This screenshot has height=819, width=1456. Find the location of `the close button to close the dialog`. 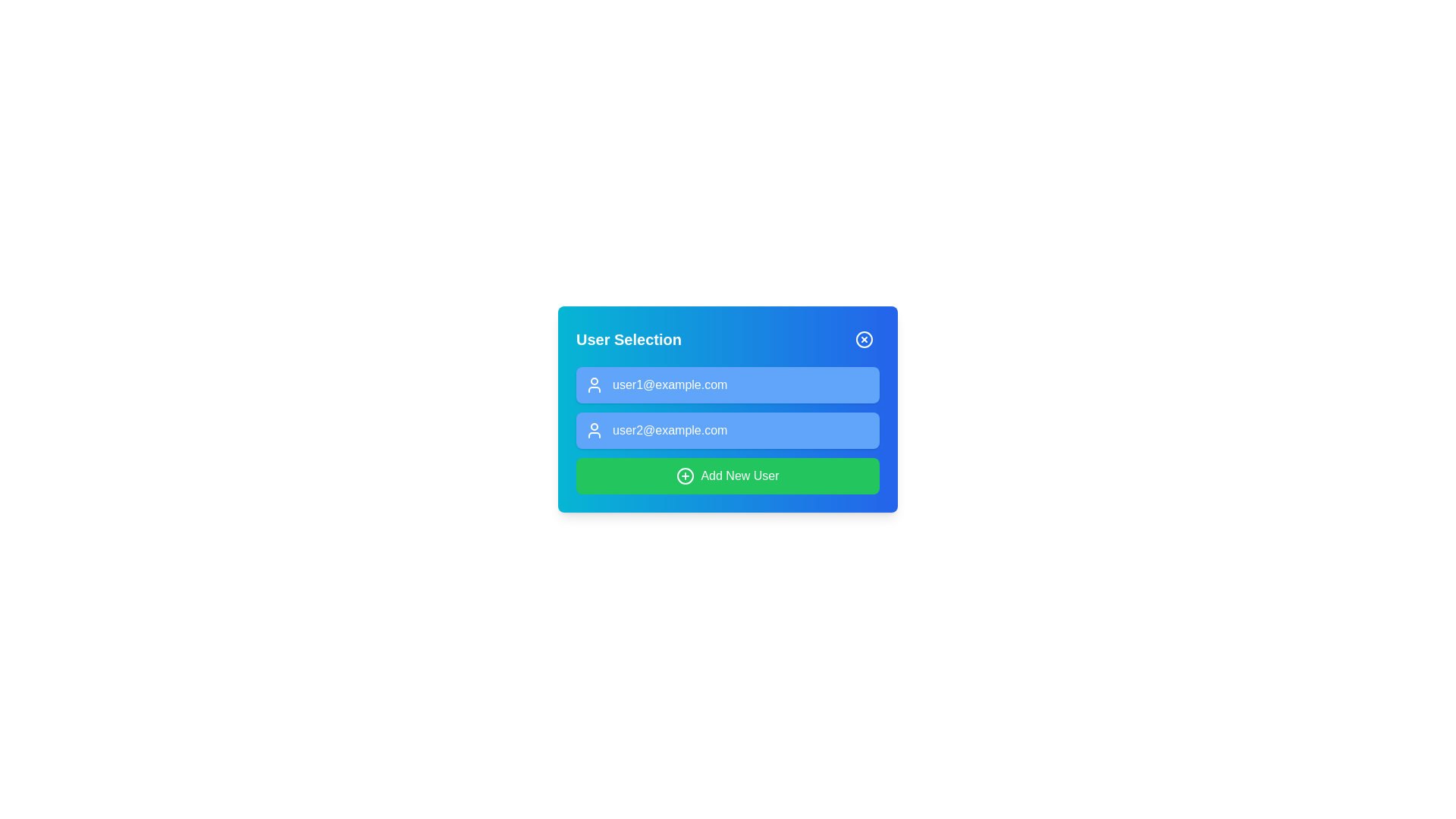

the close button to close the dialog is located at coordinates (864, 338).